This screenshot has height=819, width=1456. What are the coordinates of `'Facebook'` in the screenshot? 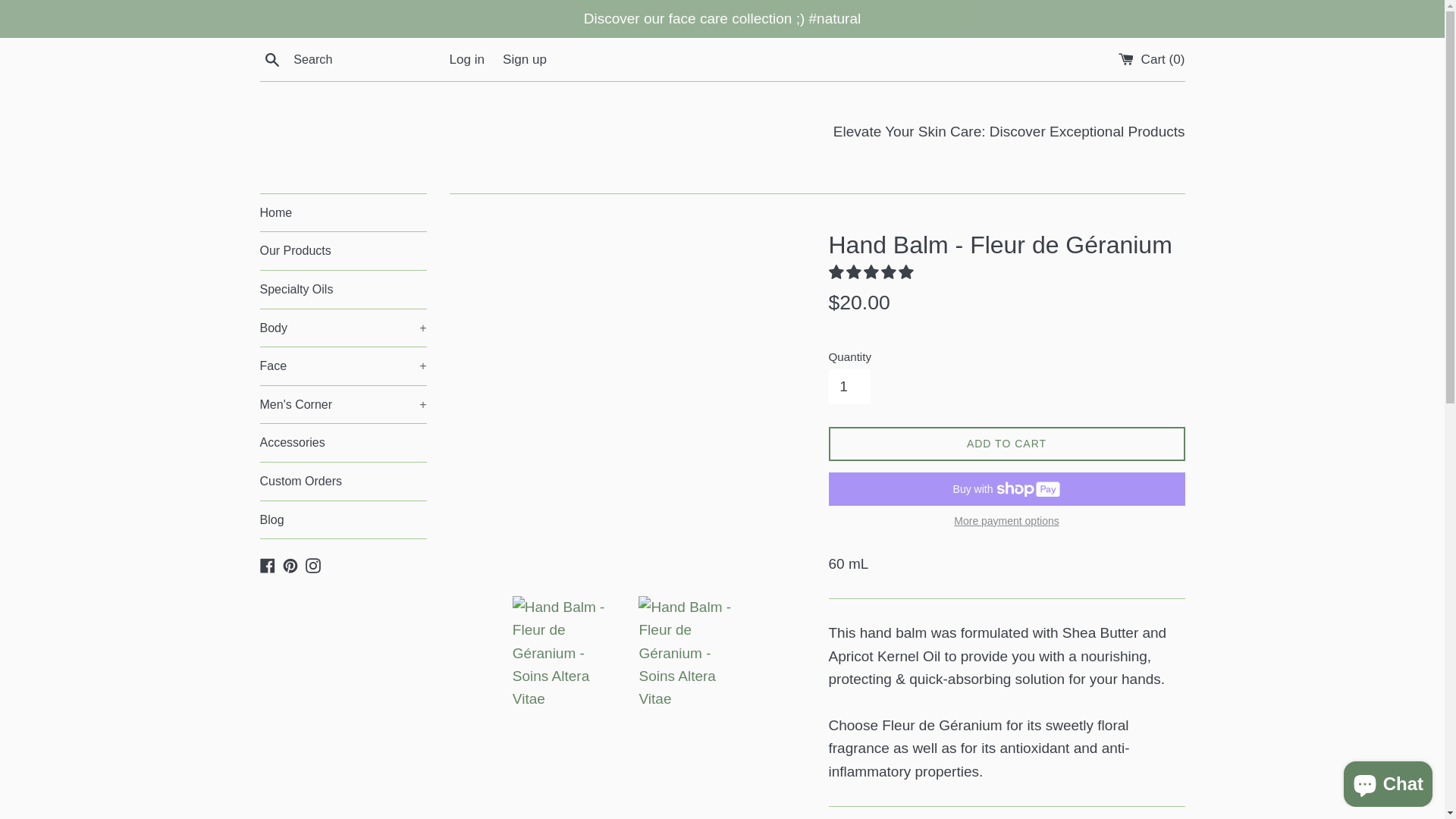 It's located at (266, 564).